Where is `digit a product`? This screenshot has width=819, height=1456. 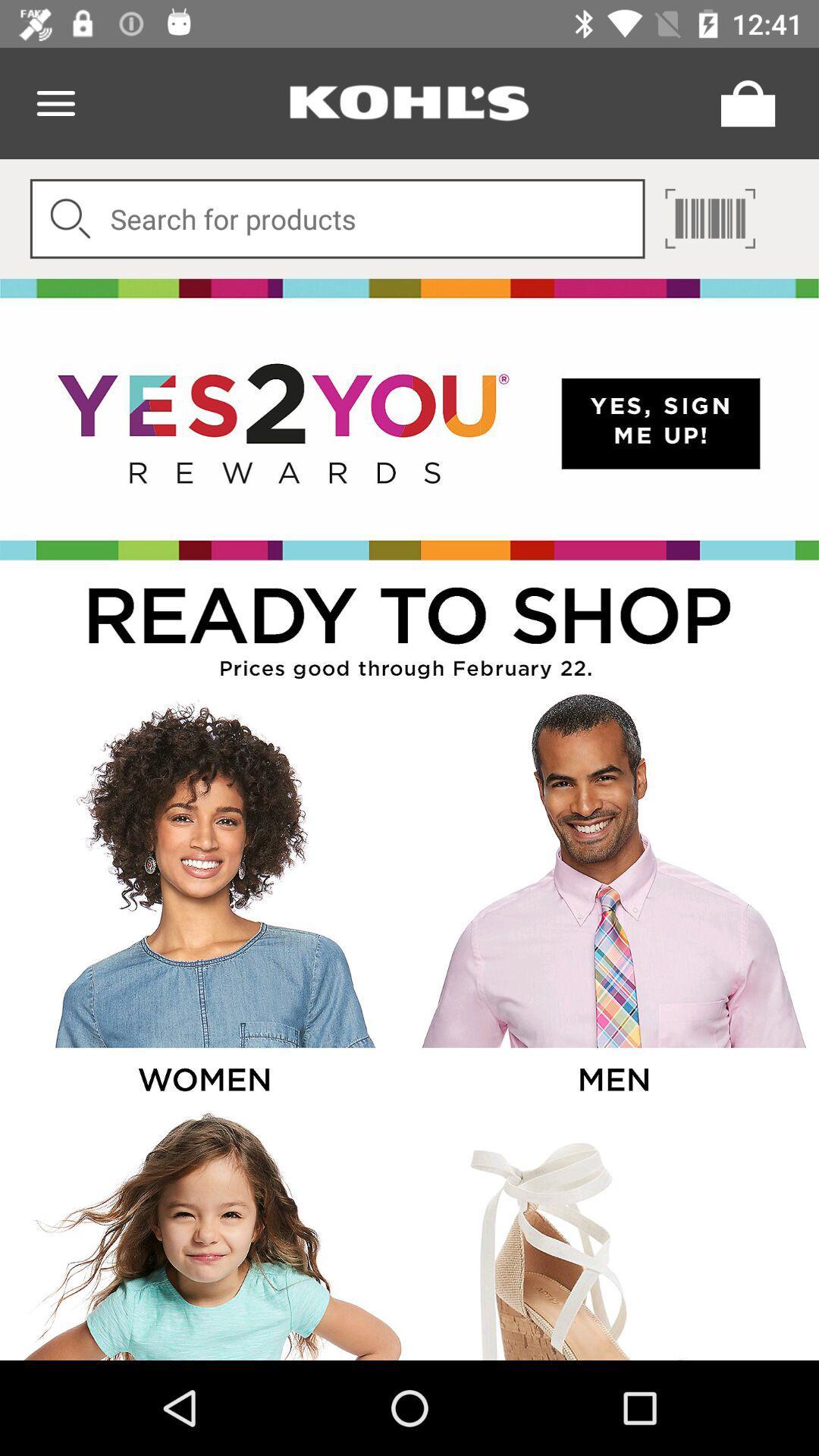
digit a product is located at coordinates (337, 218).